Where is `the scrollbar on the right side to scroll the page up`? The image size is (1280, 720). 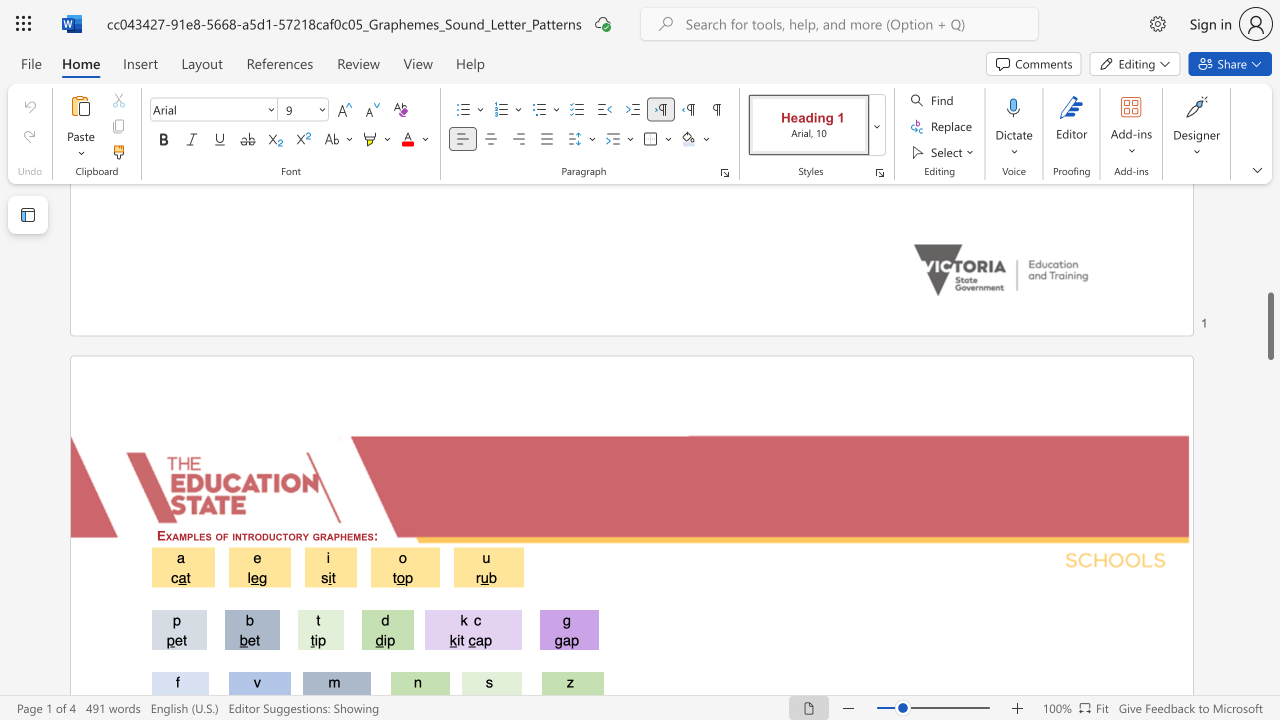
the scrollbar on the right side to scroll the page up is located at coordinates (1269, 220).